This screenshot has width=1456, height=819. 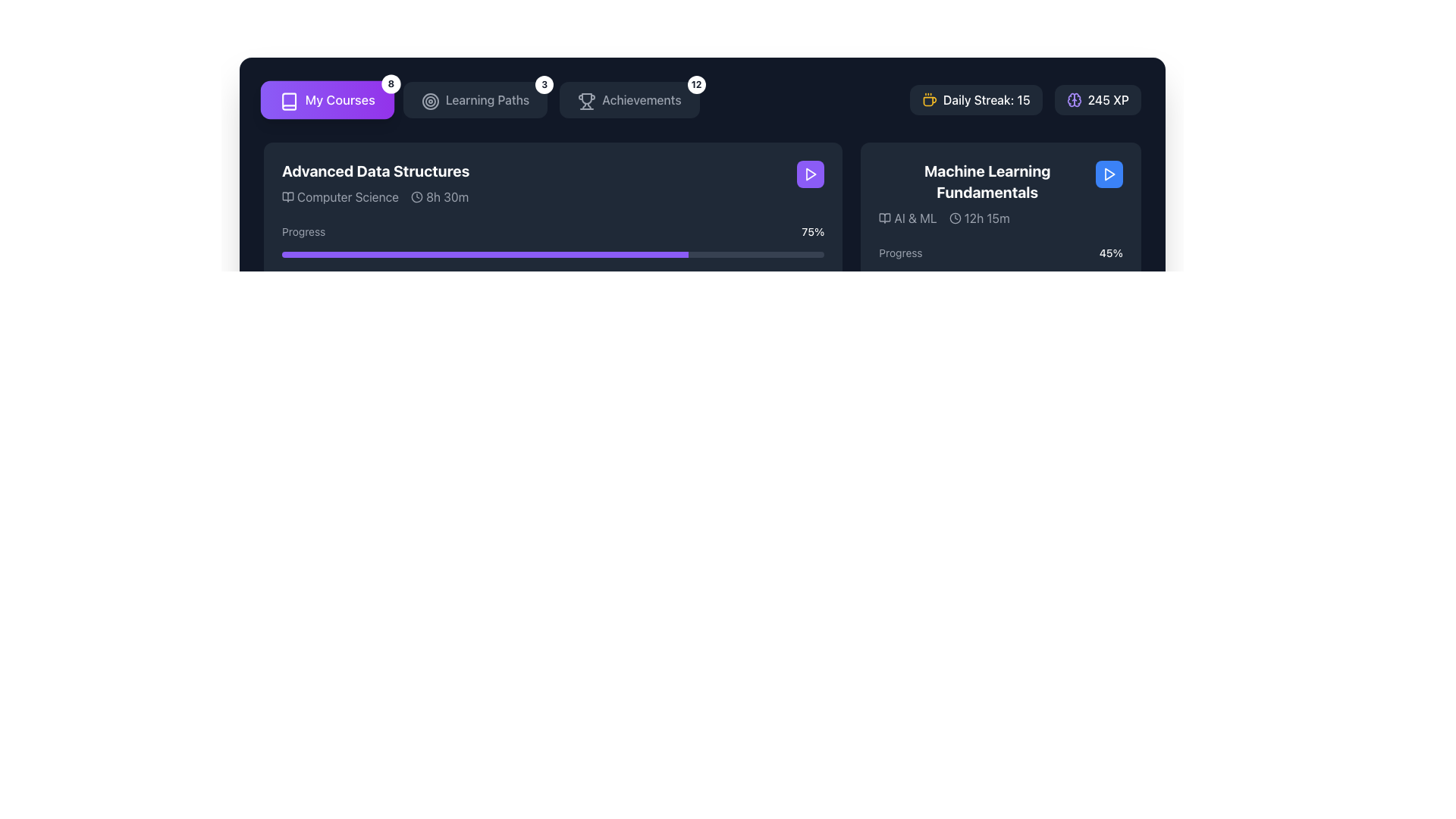 What do you see at coordinates (915, 218) in the screenshot?
I see `the text label displaying 'AI & ML', which is styled in light gray on a dark background, located within the 'Machine Learning Fundamentals' card` at bounding box center [915, 218].